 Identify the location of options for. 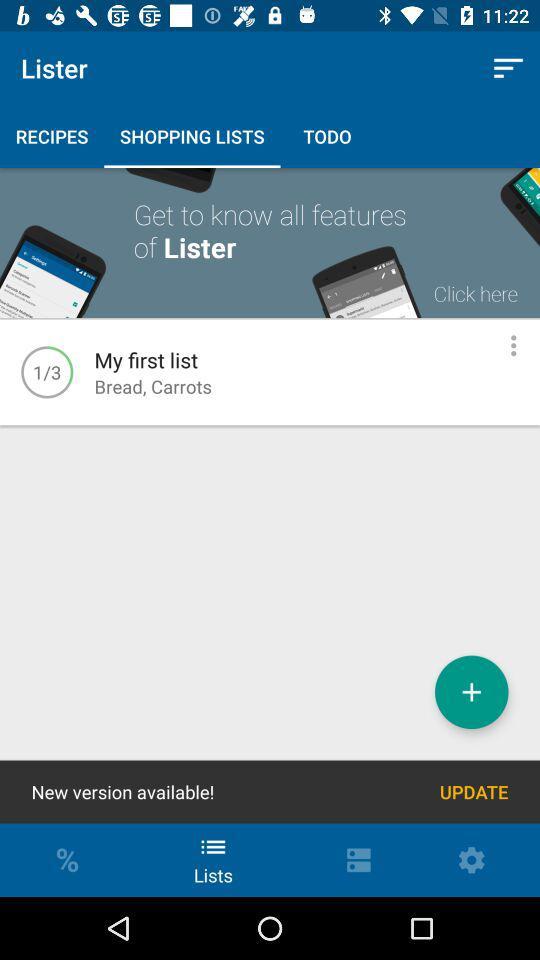
(513, 345).